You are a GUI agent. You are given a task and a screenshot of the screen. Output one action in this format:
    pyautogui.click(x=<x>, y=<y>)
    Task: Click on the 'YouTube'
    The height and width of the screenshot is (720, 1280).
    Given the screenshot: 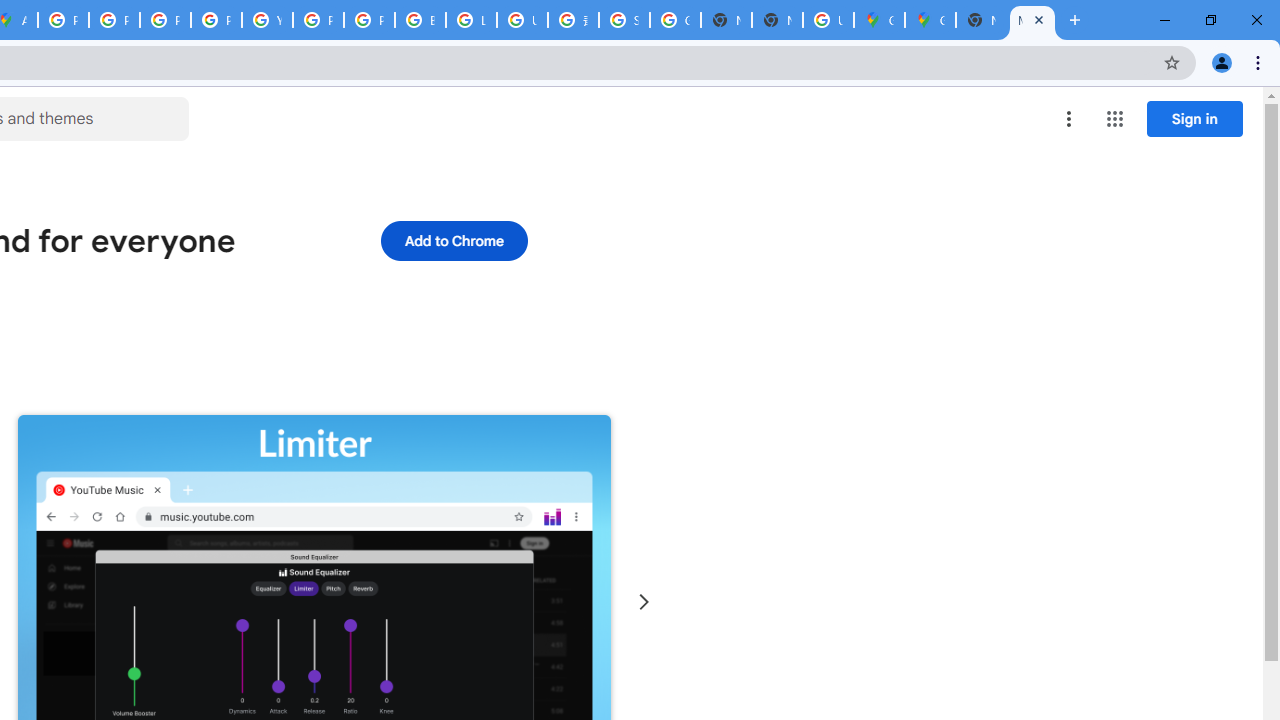 What is the action you would take?
    pyautogui.click(x=266, y=20)
    